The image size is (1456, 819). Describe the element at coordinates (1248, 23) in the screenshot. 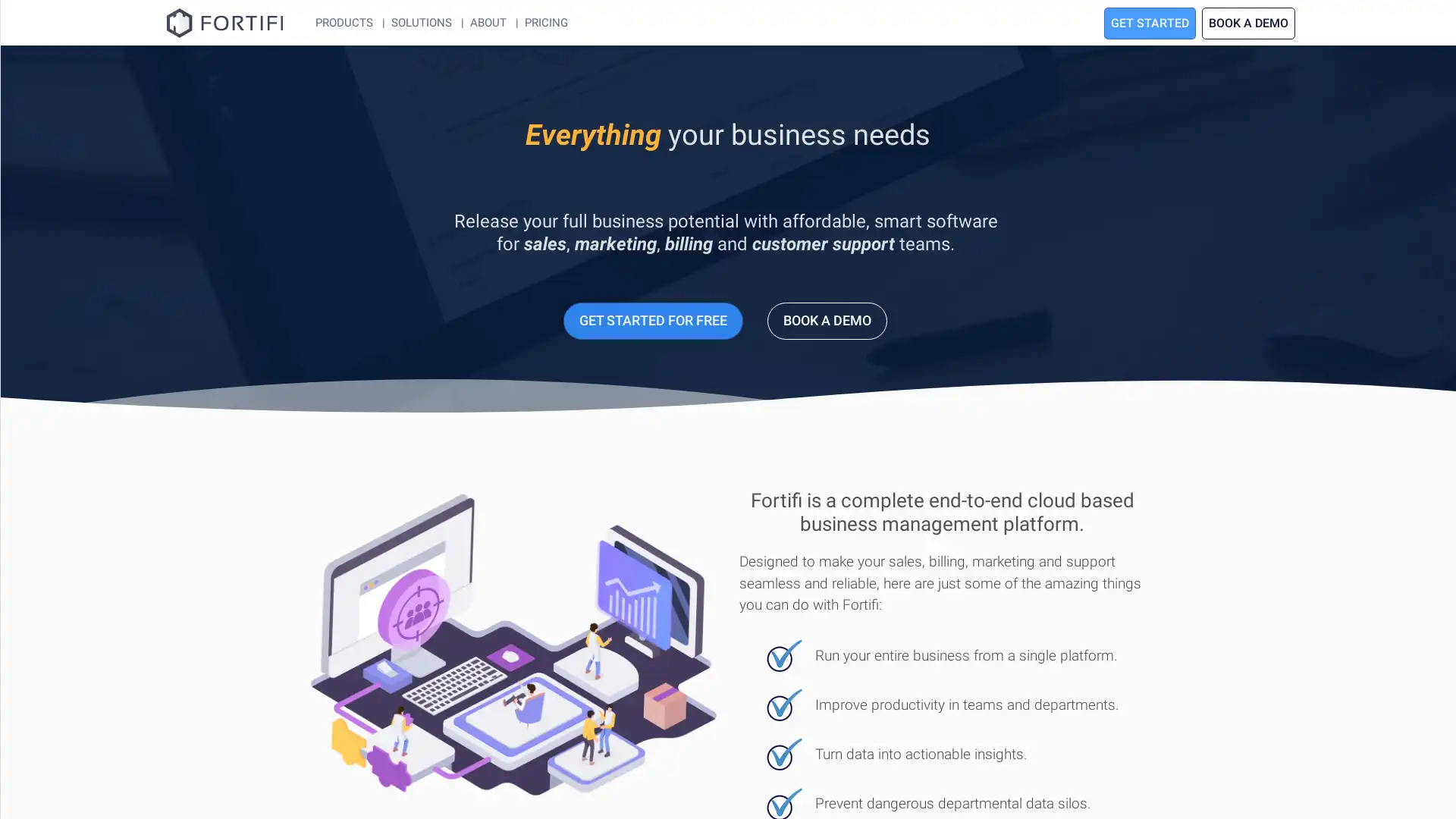

I see `BOOK A DEMO` at that location.